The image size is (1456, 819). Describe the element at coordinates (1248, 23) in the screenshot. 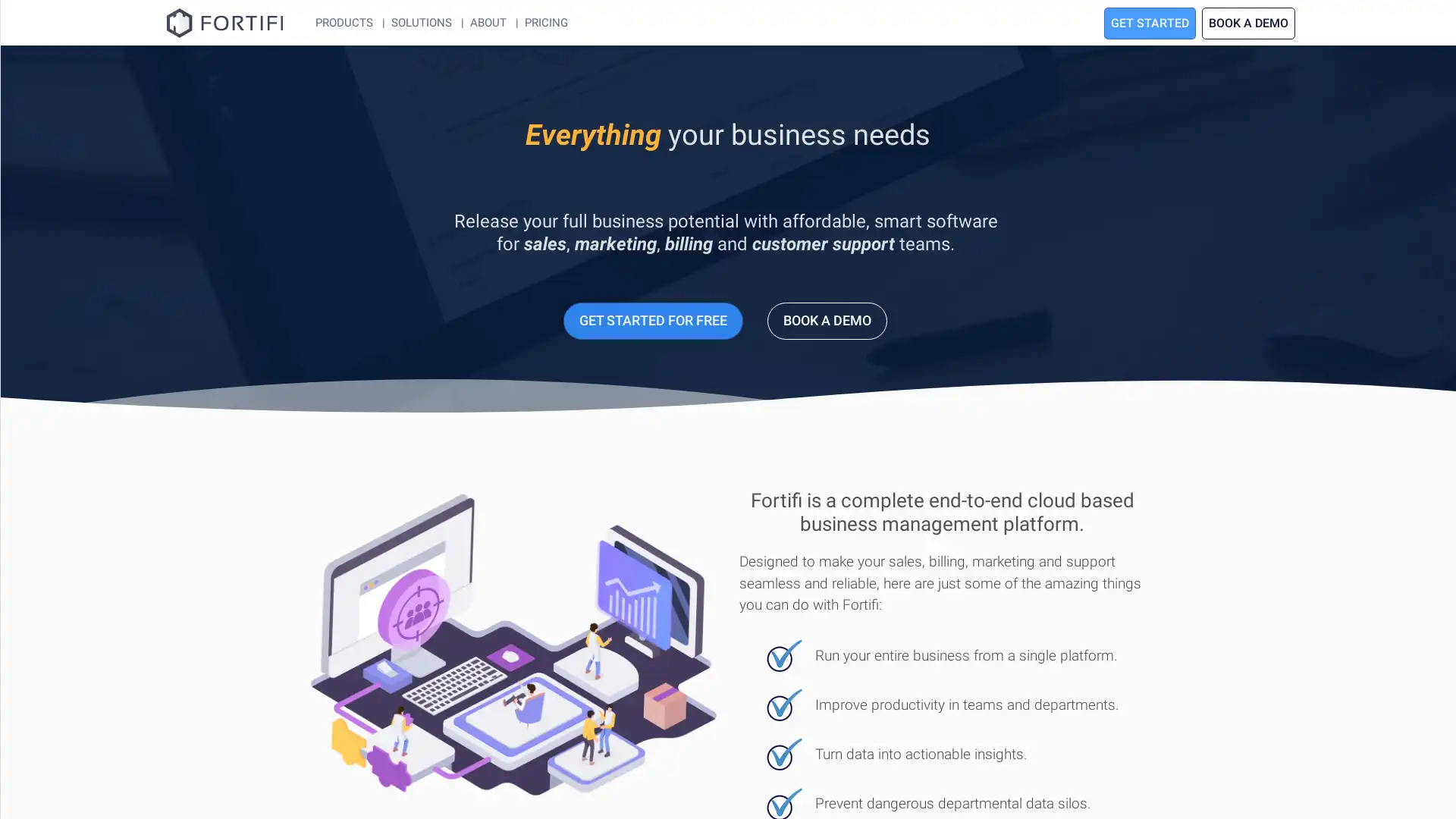

I see `BOOK A DEMO` at that location.